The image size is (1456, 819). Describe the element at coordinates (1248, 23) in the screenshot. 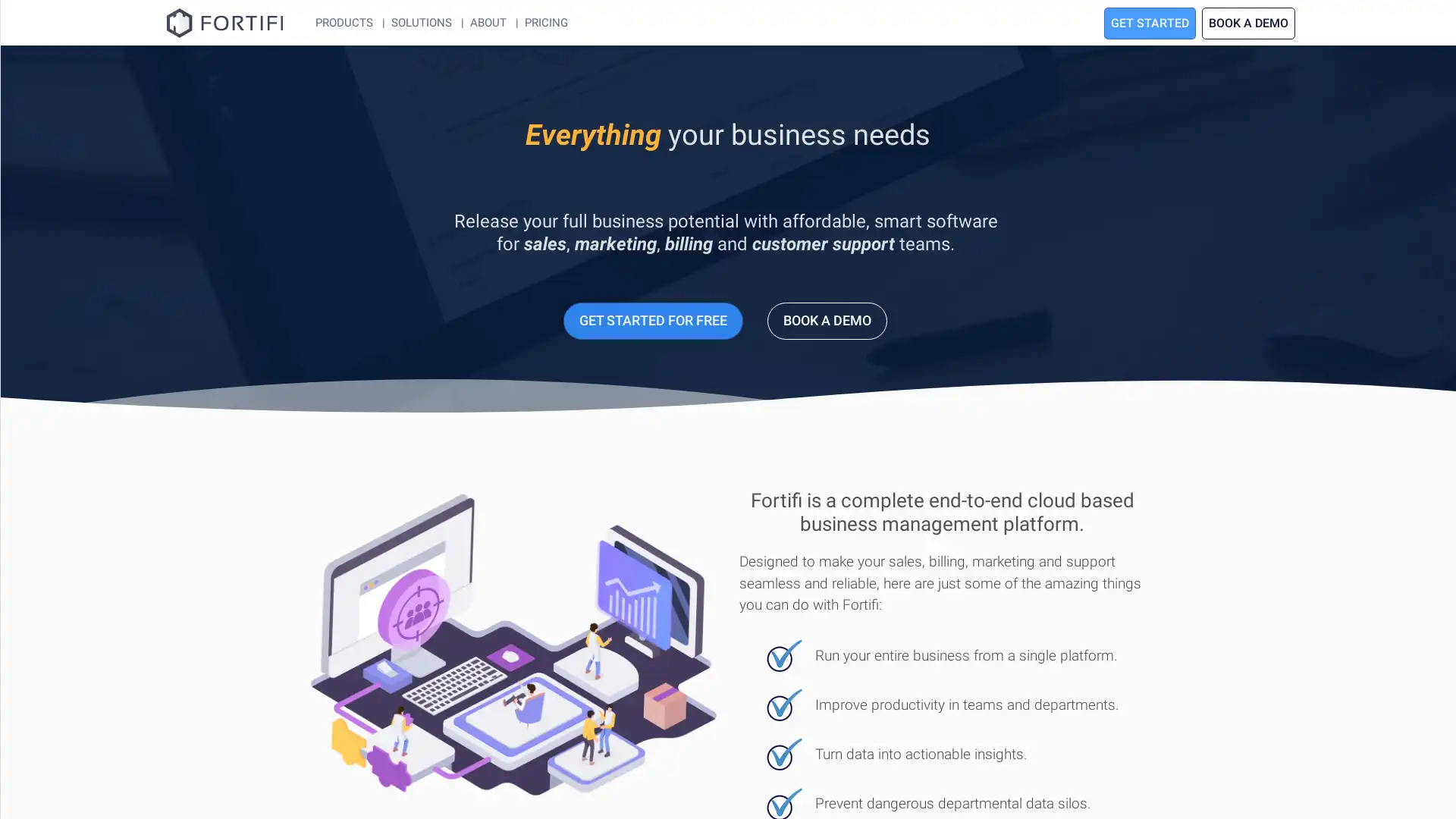

I see `BOOK A DEMO` at that location.